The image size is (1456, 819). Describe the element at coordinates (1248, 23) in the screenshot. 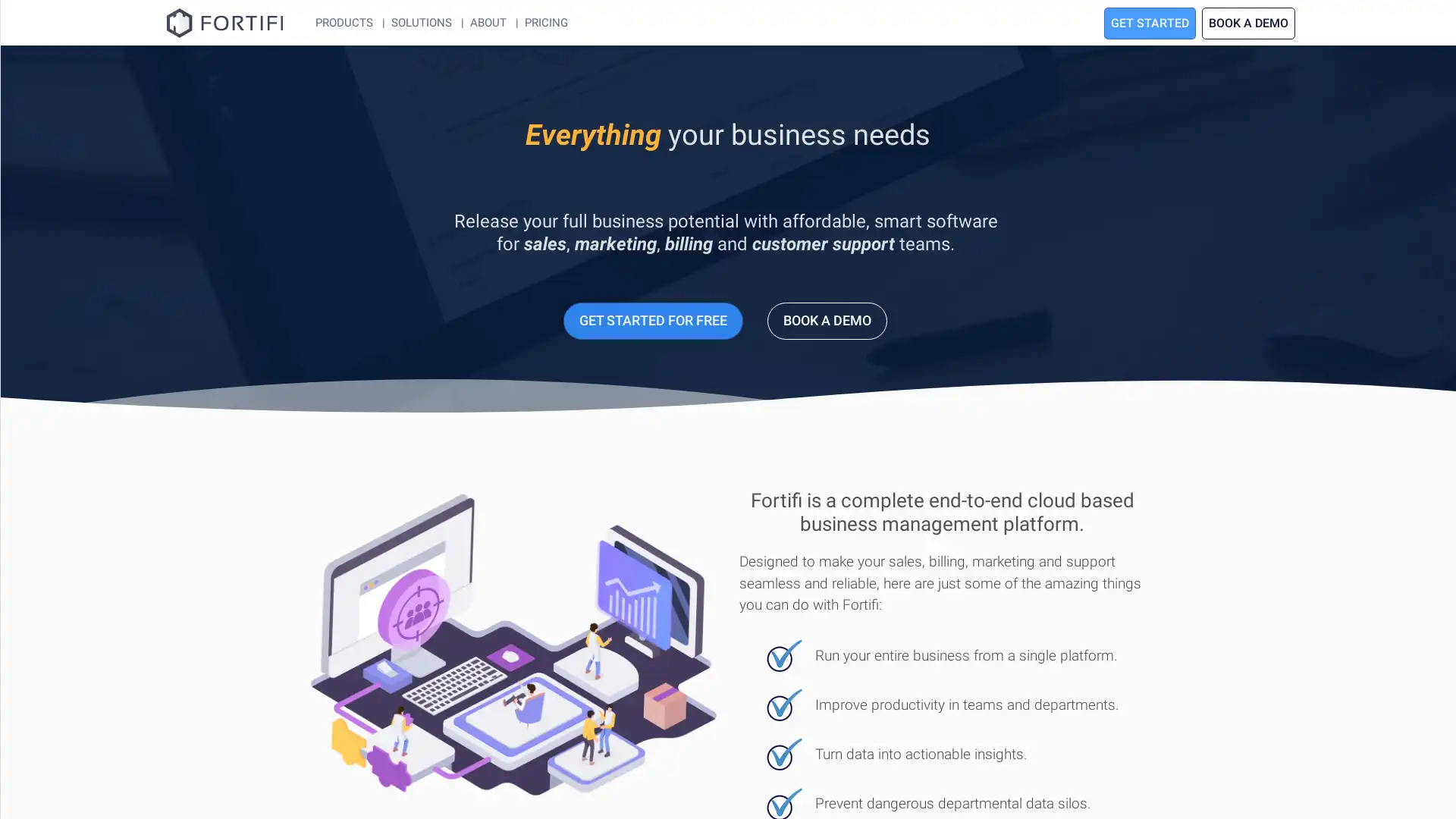

I see `BOOK A DEMO` at that location.